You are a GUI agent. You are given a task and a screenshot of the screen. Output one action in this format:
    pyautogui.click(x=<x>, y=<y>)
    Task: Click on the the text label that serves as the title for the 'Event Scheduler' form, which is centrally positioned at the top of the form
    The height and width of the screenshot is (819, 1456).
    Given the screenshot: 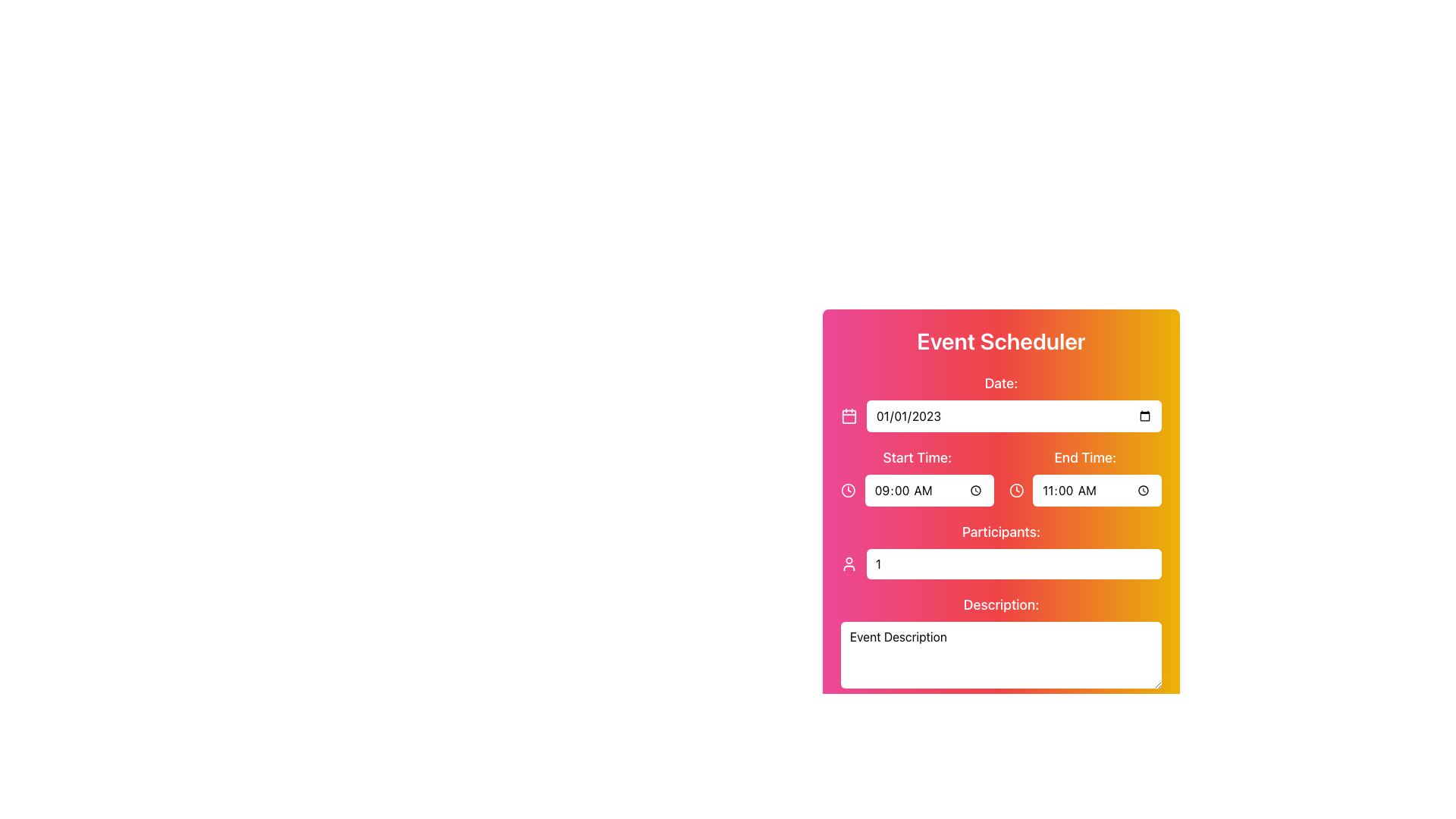 What is the action you would take?
    pyautogui.click(x=1001, y=341)
    